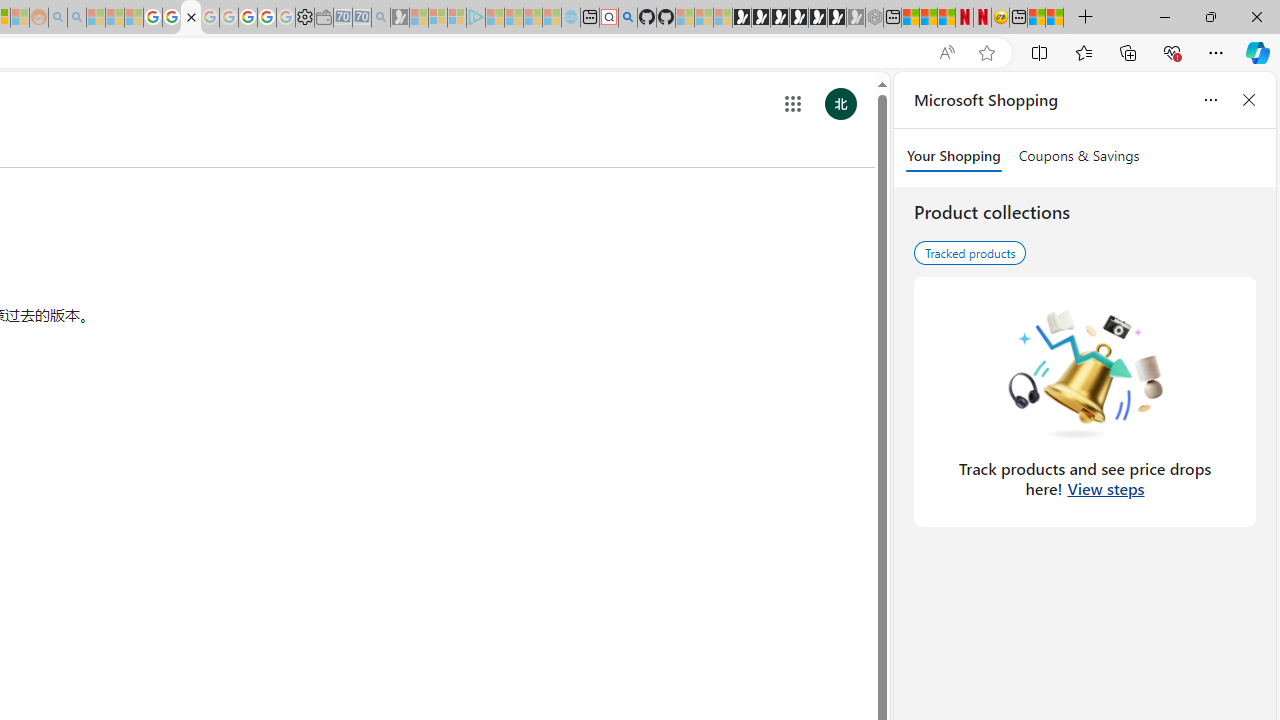  I want to click on 'Wildlife - MSN', so click(1036, 17).